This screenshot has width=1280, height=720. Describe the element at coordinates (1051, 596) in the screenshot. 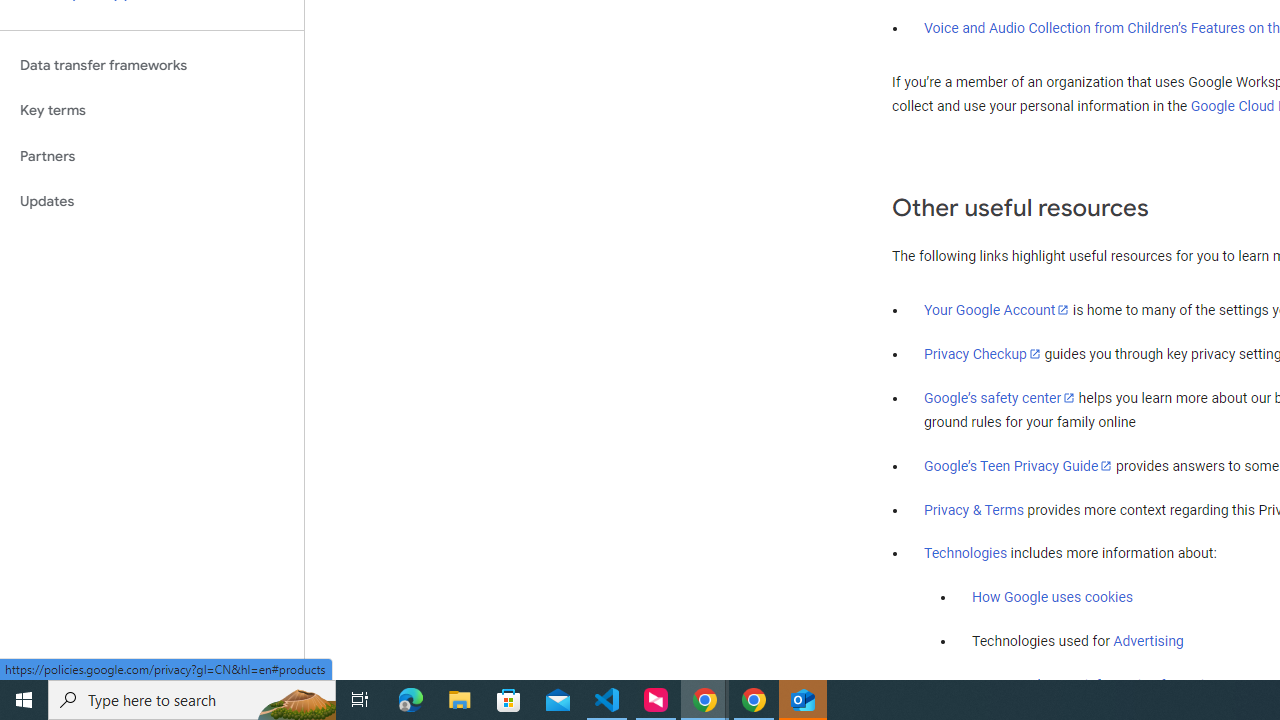

I see `'How Google uses cookies'` at that location.